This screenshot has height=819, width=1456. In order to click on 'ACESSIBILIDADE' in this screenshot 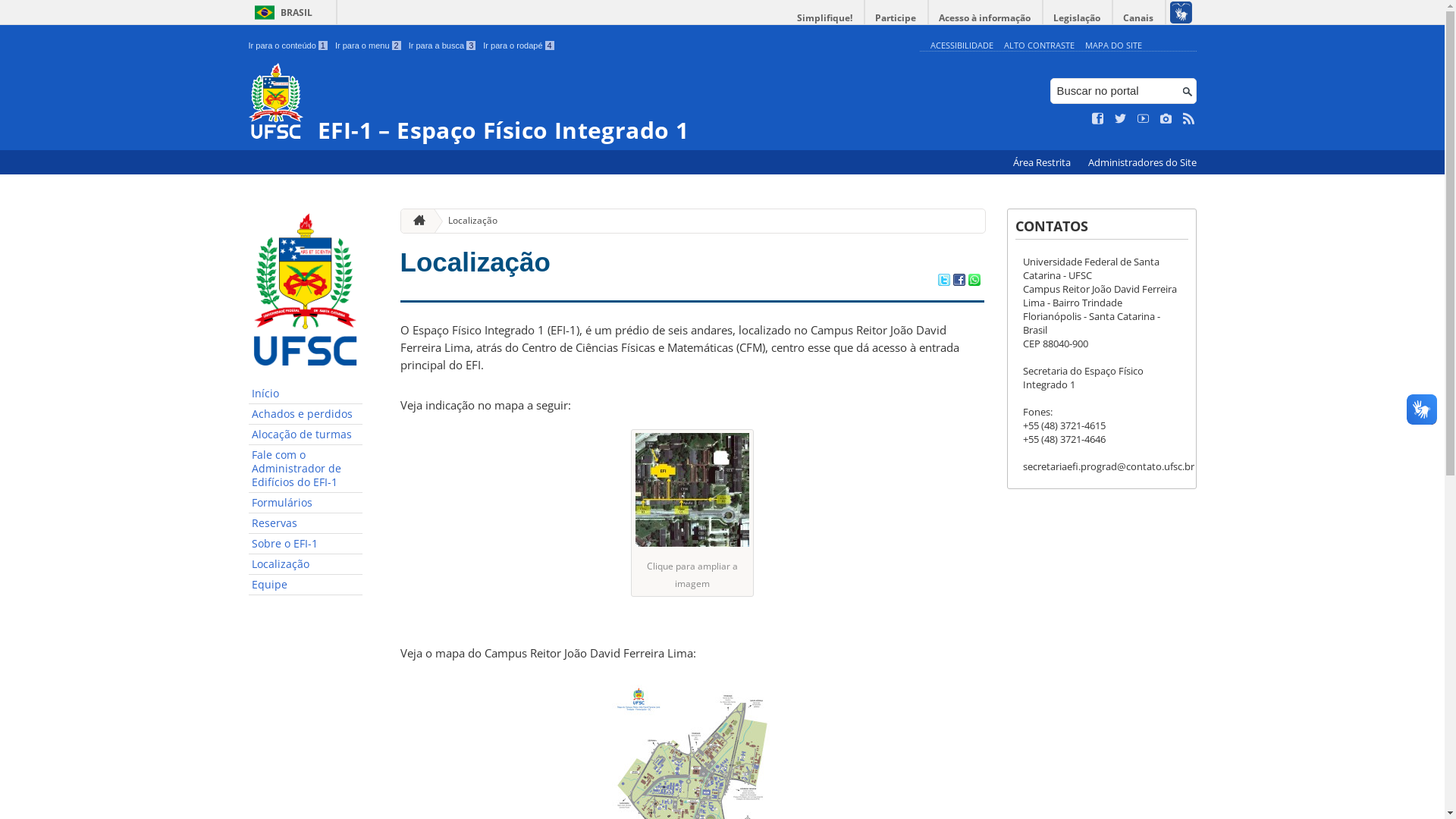, I will do `click(928, 44)`.